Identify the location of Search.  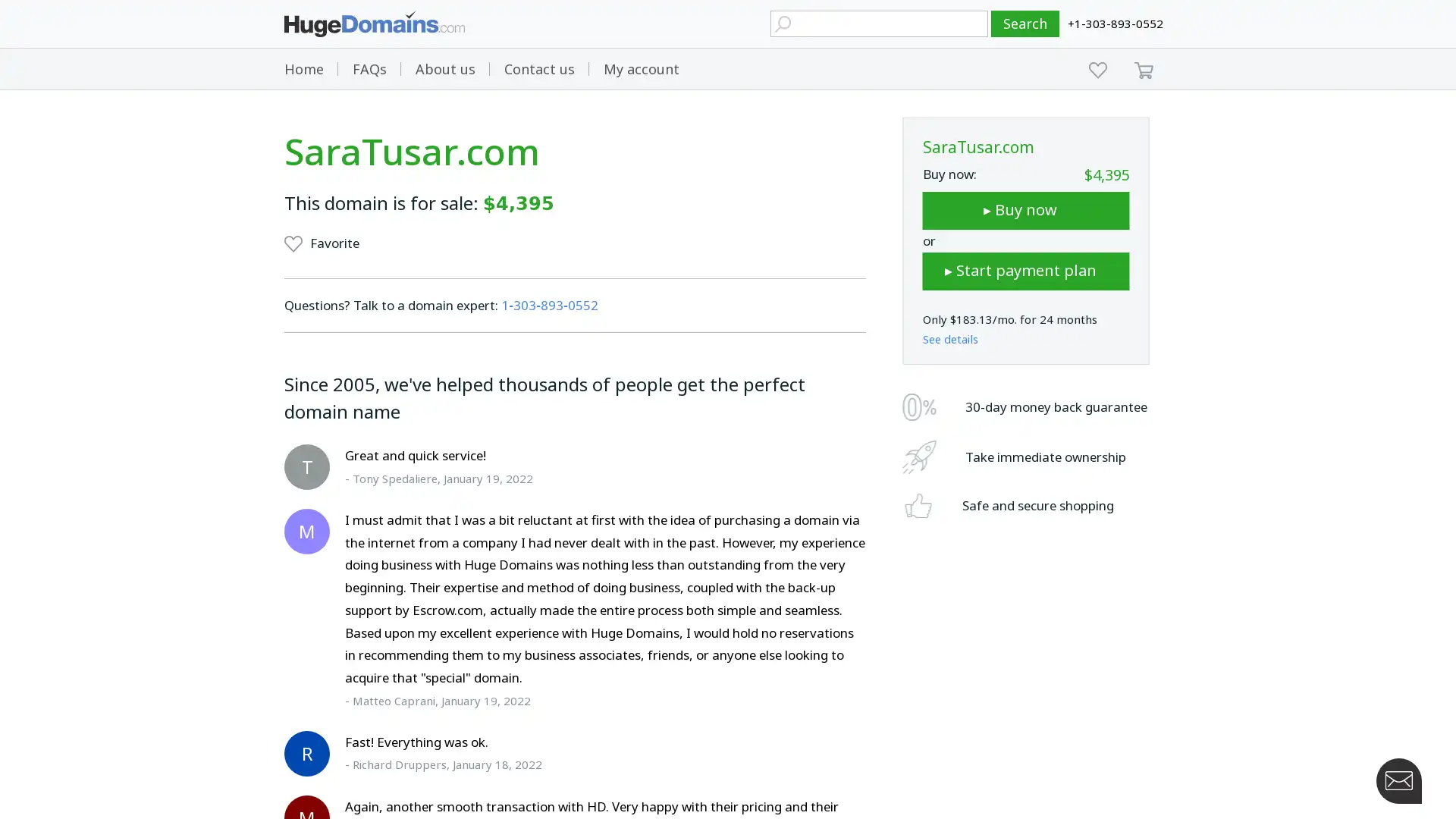
(1025, 24).